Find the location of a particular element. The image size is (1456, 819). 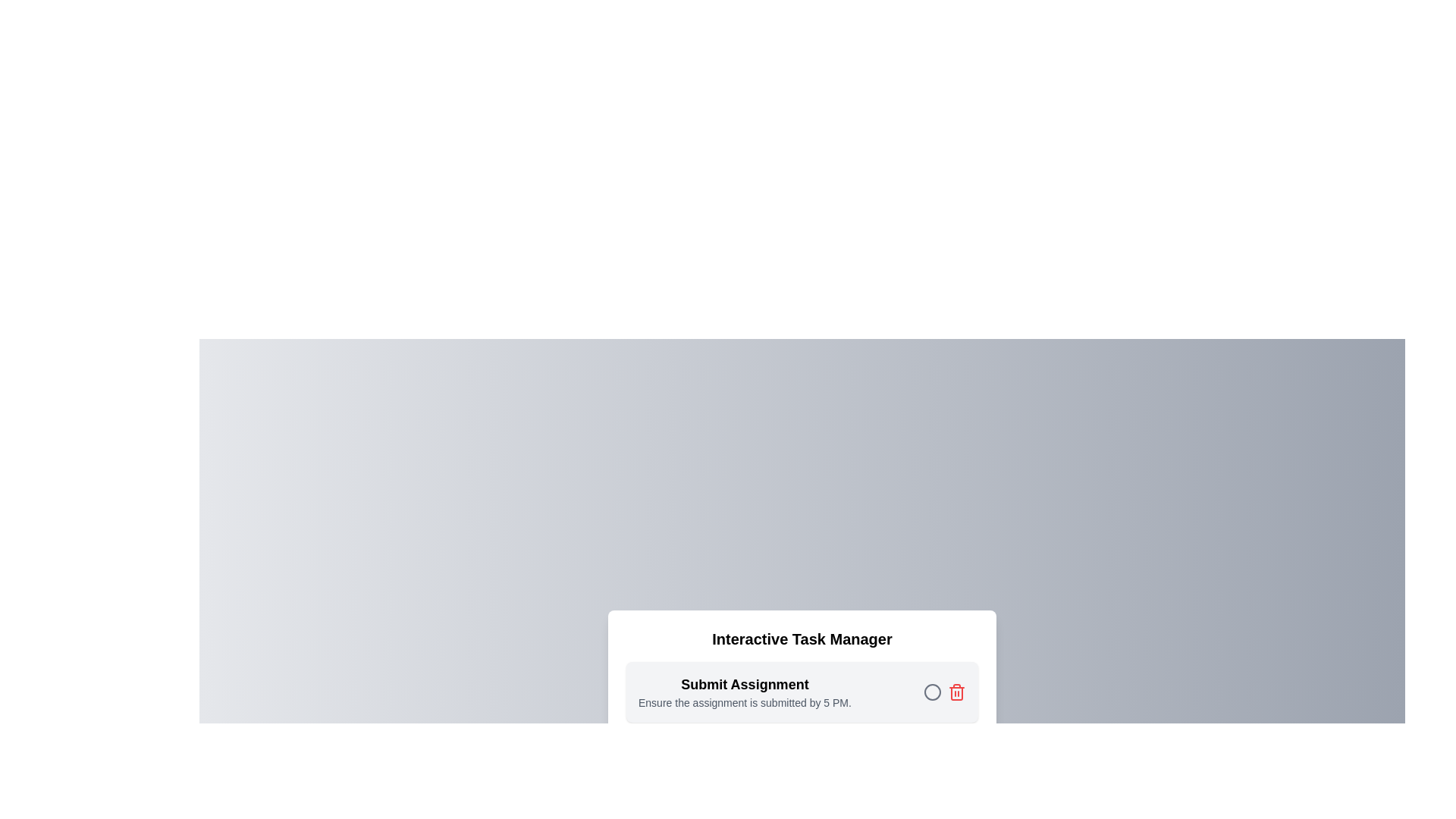

the description of the task 'Submit Assignment' is located at coordinates (638, 695).